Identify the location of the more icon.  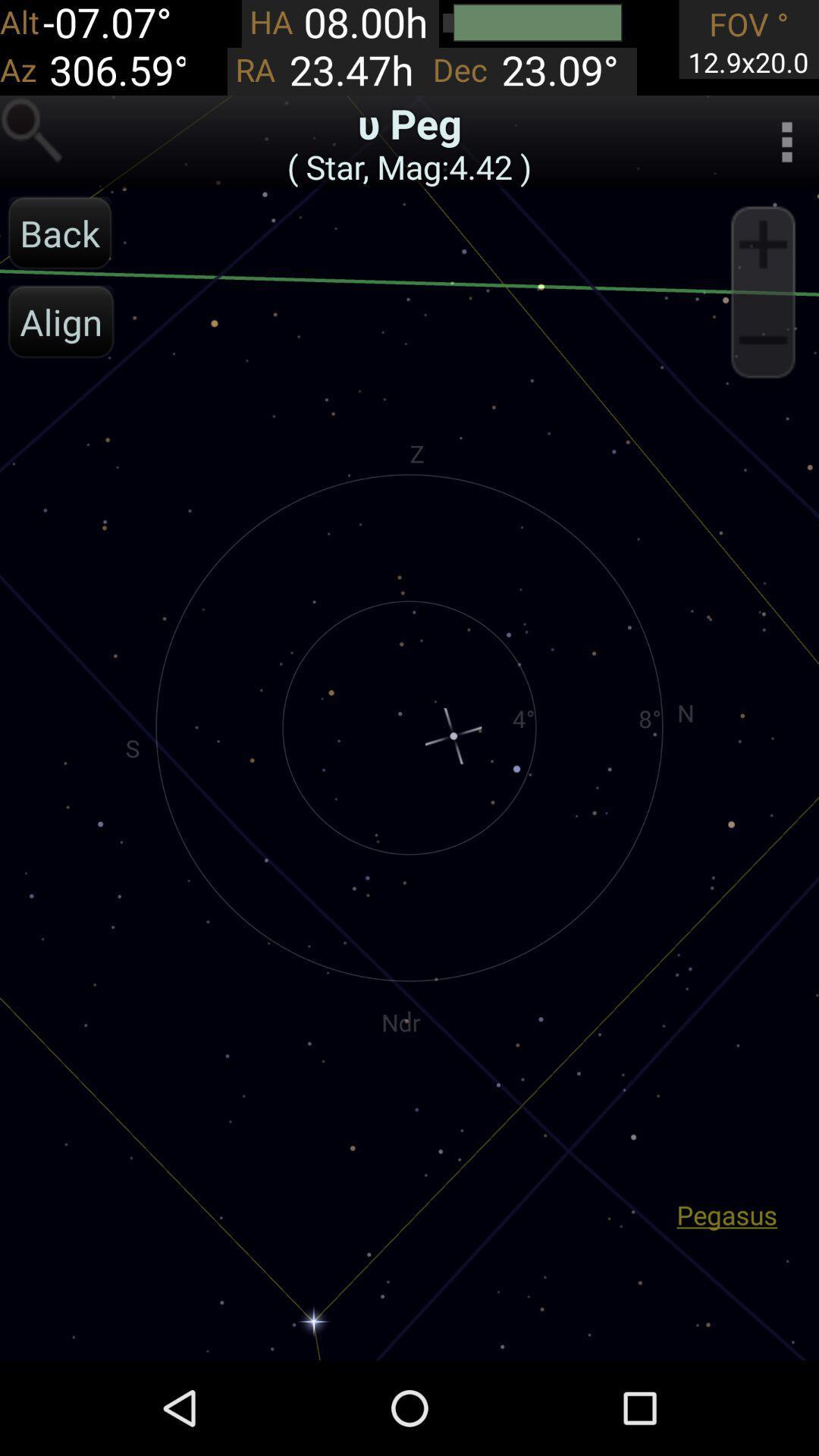
(786, 152).